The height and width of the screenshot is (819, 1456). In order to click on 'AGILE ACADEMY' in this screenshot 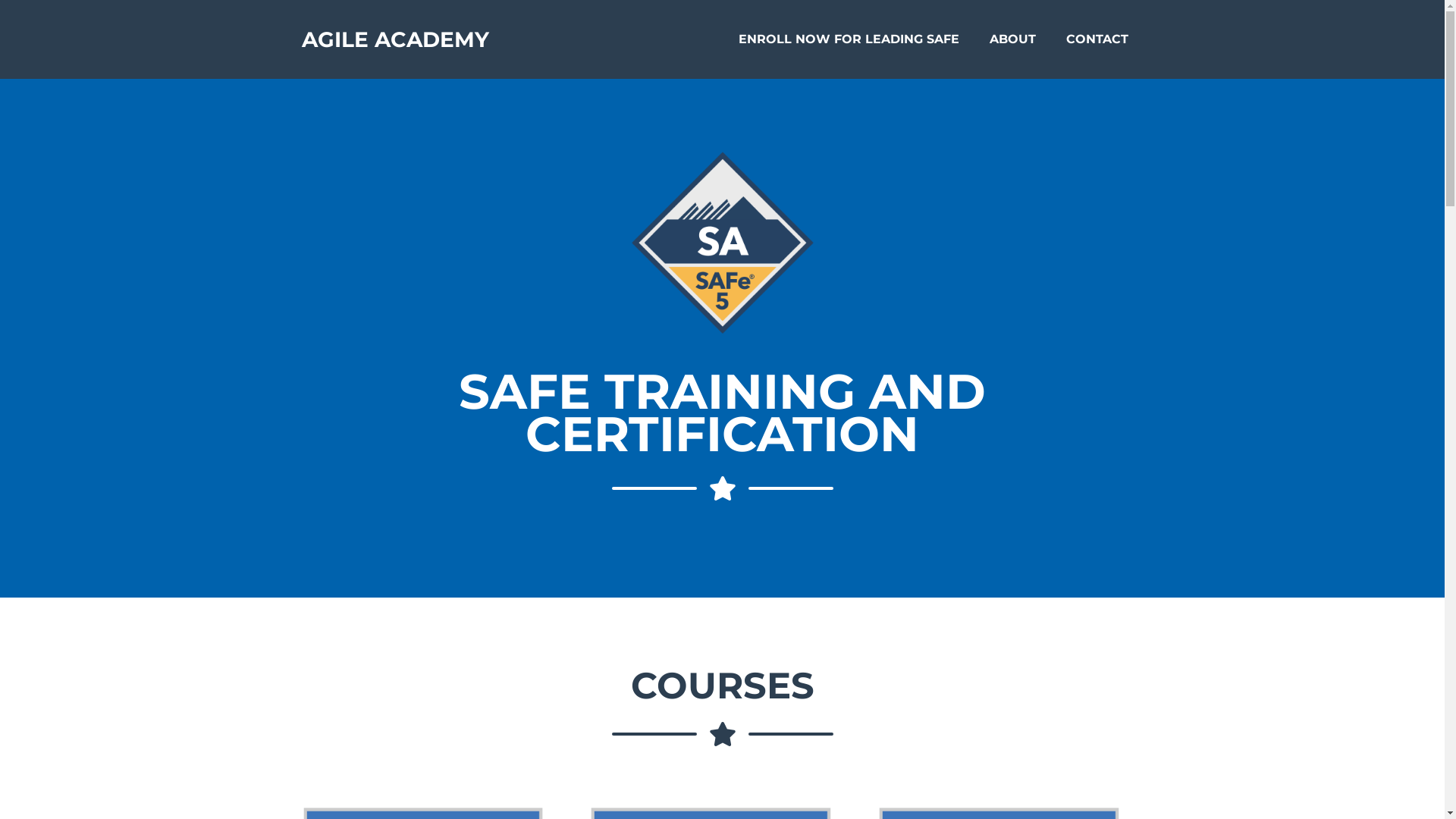, I will do `click(395, 38)`.